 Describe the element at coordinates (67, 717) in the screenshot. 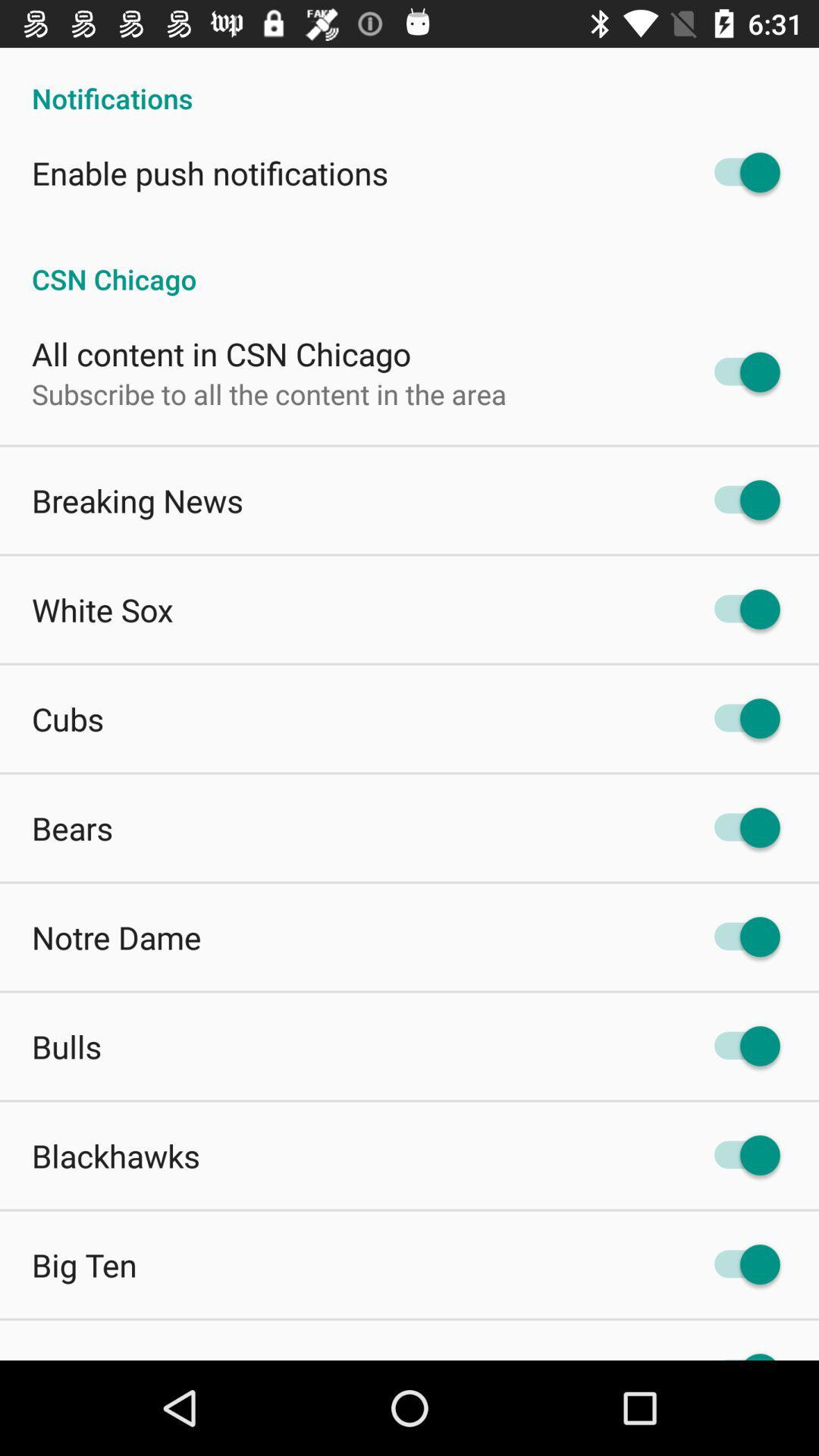

I see `cubs app` at that location.